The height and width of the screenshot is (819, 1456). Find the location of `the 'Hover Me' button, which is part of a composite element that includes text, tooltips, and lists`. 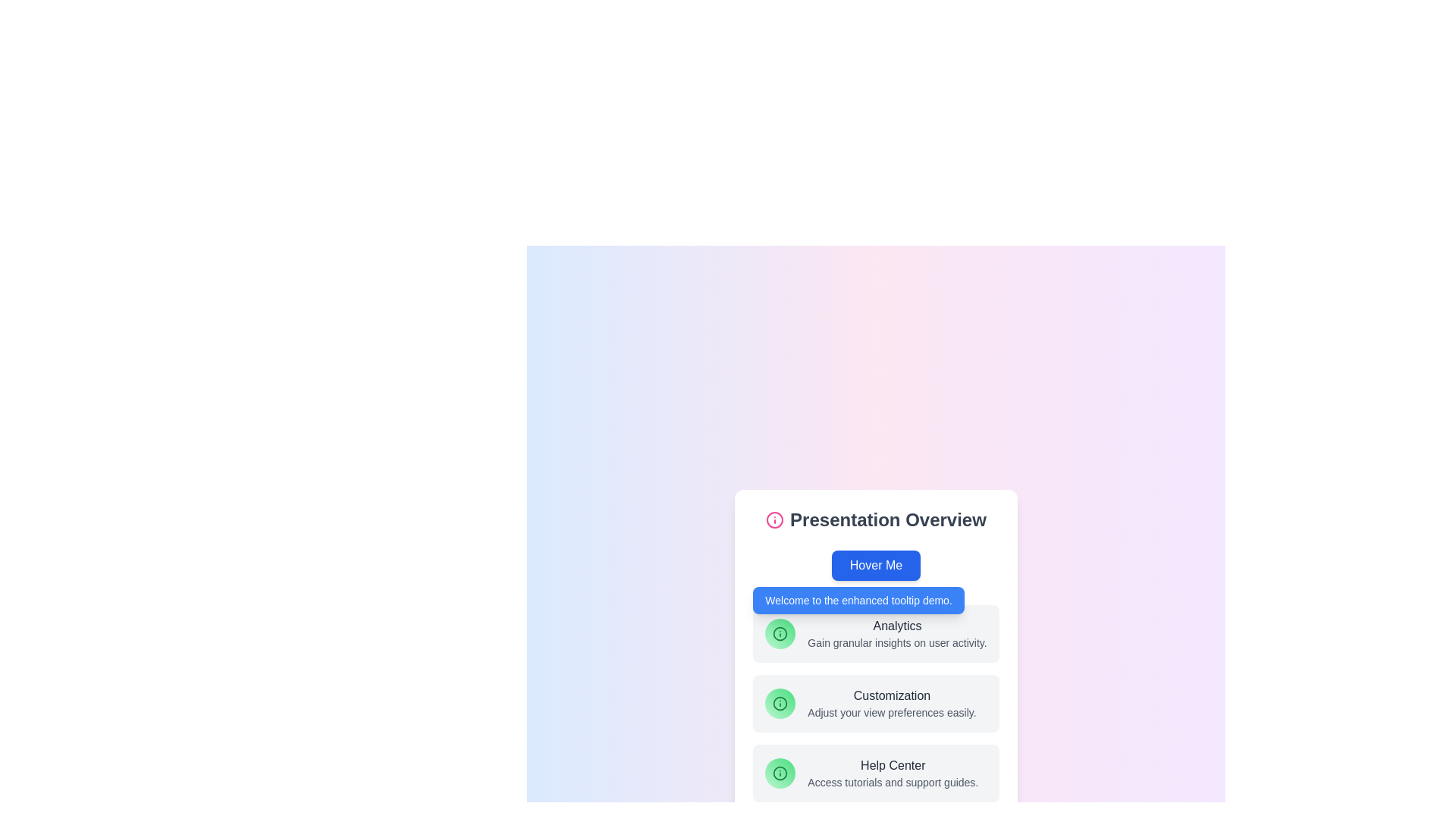

the 'Hover Me' button, which is part of a composite element that includes text, tooltips, and lists is located at coordinates (876, 654).